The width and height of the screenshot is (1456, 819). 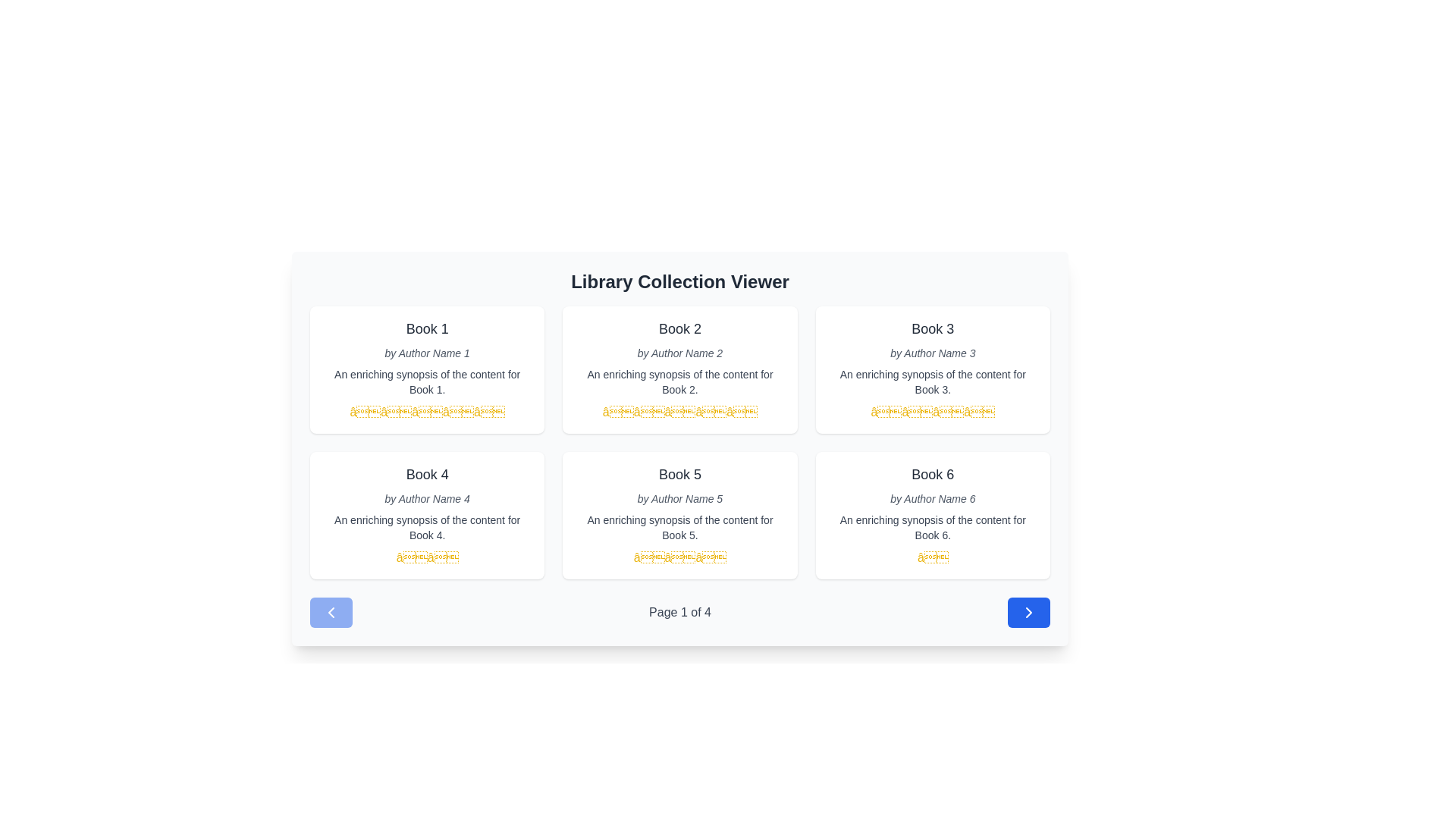 I want to click on the text label displaying 'Book 6' in dark gray, which is located in the bottom-right card of the library viewer interface, so click(x=932, y=473).